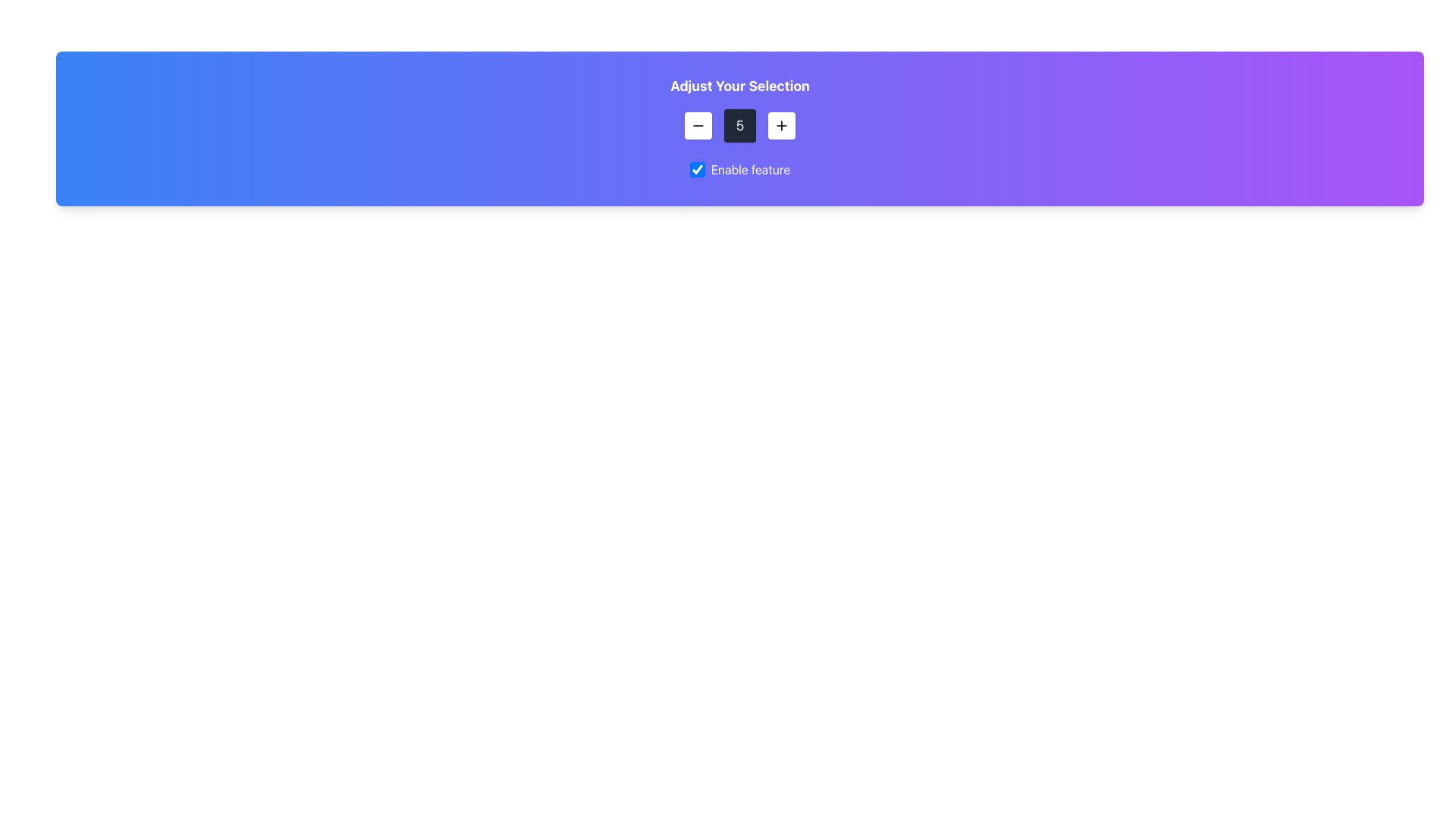 The image size is (1456, 819). What do you see at coordinates (739, 169) in the screenshot?
I see `the text label of the checkbox that allows users to enable or disable a feature, positioned slightly below the numeric selection controls` at bounding box center [739, 169].